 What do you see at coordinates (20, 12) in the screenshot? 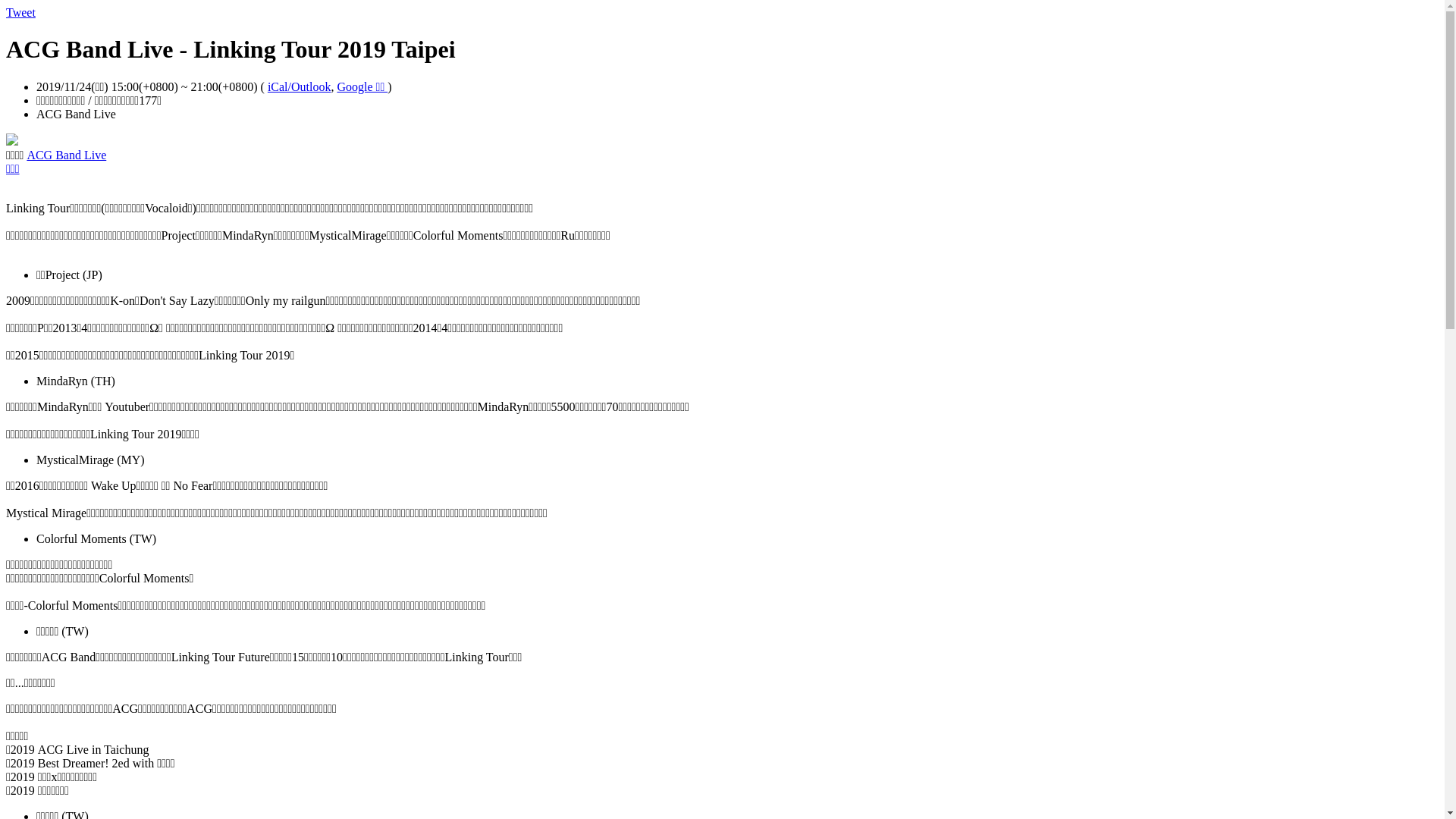
I see `'Tweet'` at bounding box center [20, 12].